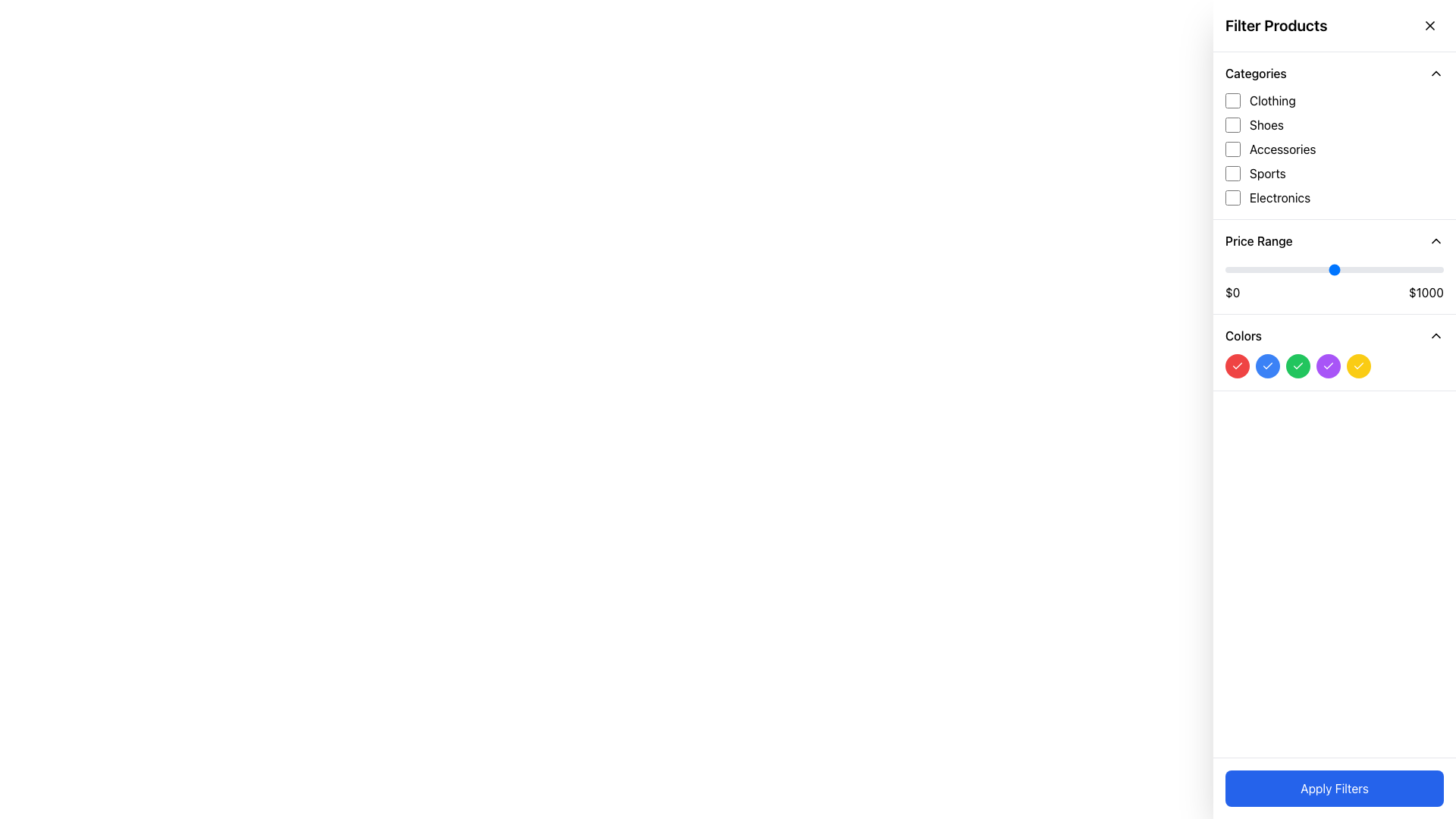  Describe the element at coordinates (1238, 366) in the screenshot. I see `the leftmost circular color selection button representing the color red in the 'Colors' section of the sidebar` at that location.